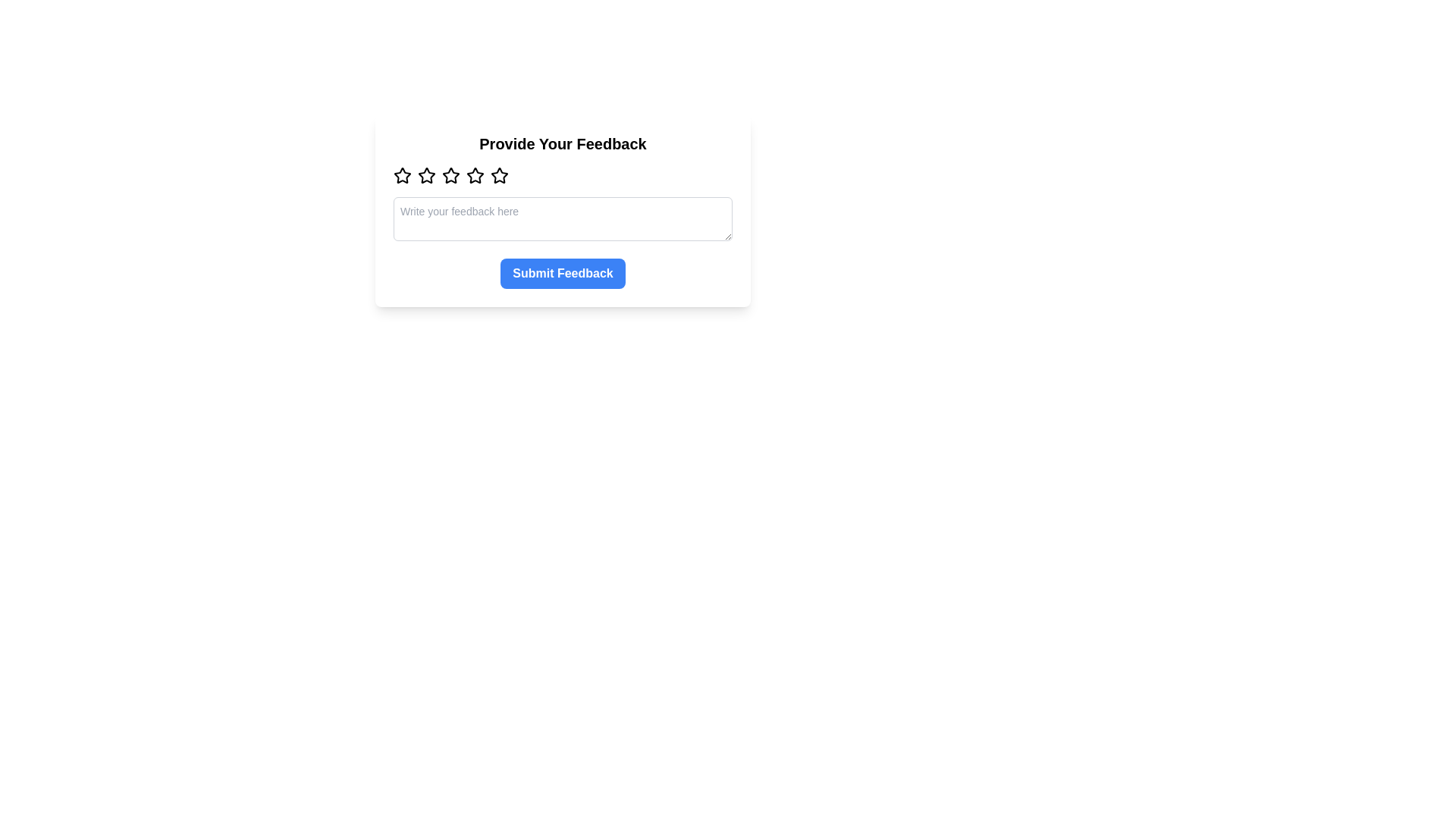 This screenshot has height=819, width=1456. I want to click on the 'Submit Feedback' button, so click(562, 274).